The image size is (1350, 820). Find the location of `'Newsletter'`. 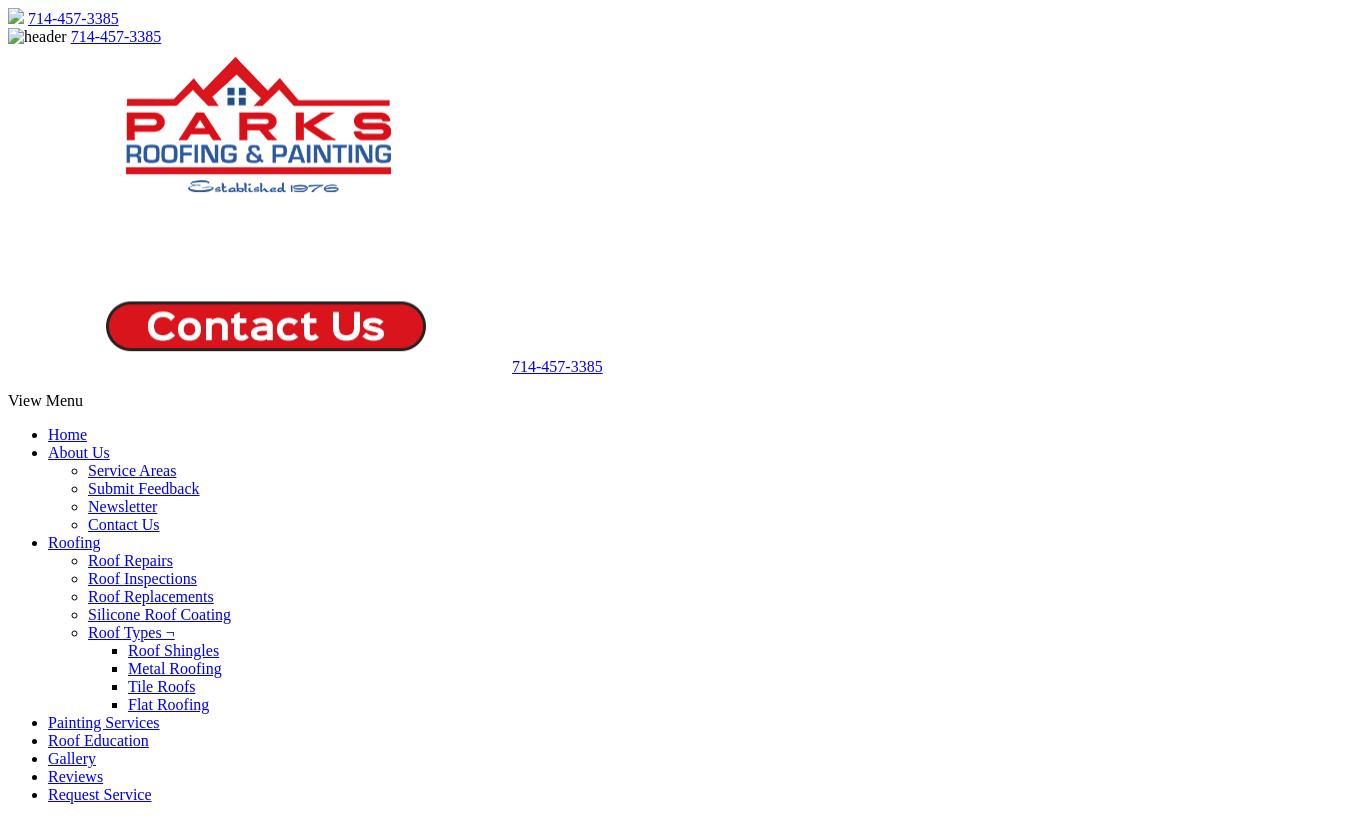

'Newsletter' is located at coordinates (122, 506).